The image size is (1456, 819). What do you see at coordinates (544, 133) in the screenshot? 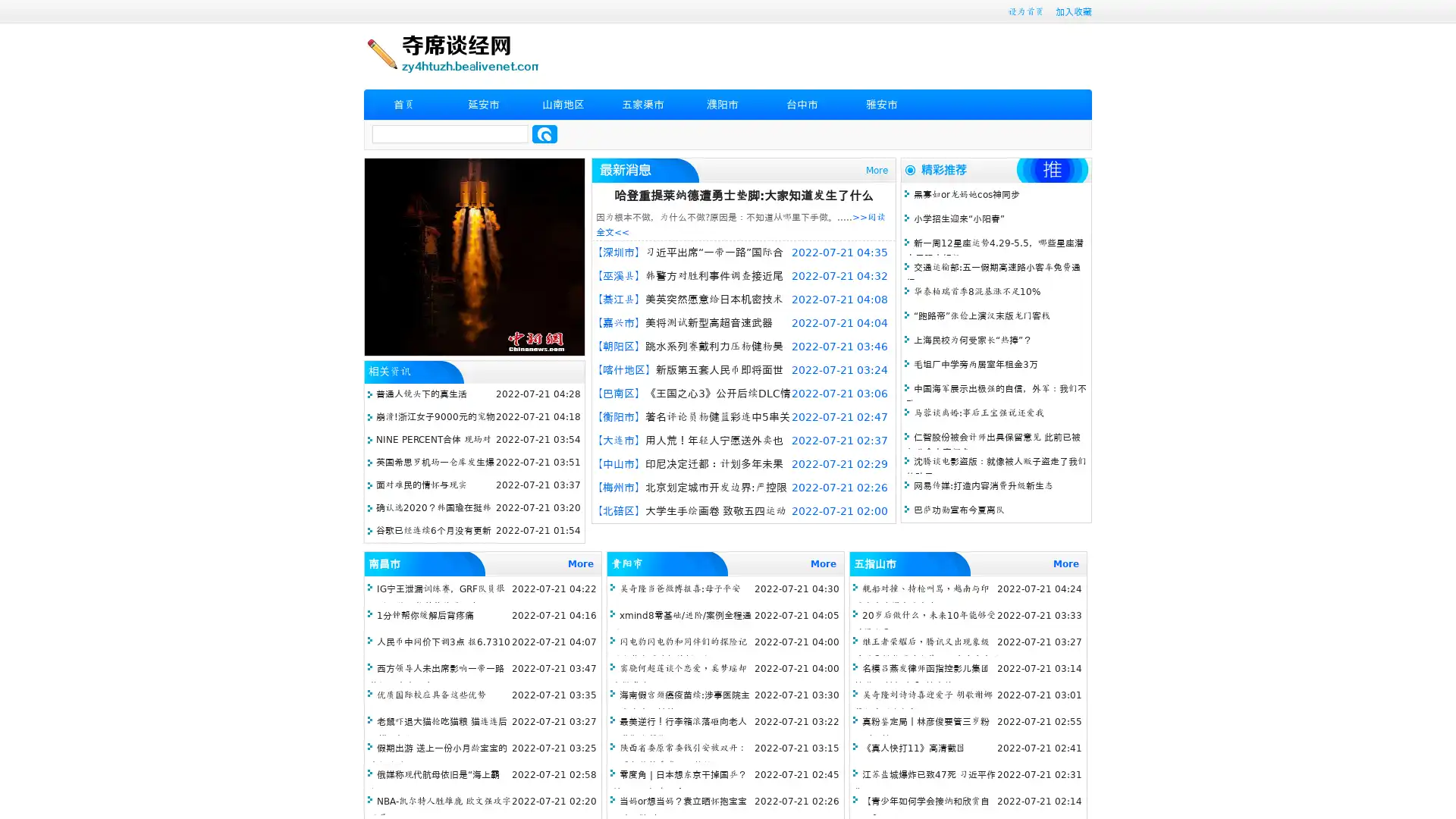
I see `Search` at bounding box center [544, 133].